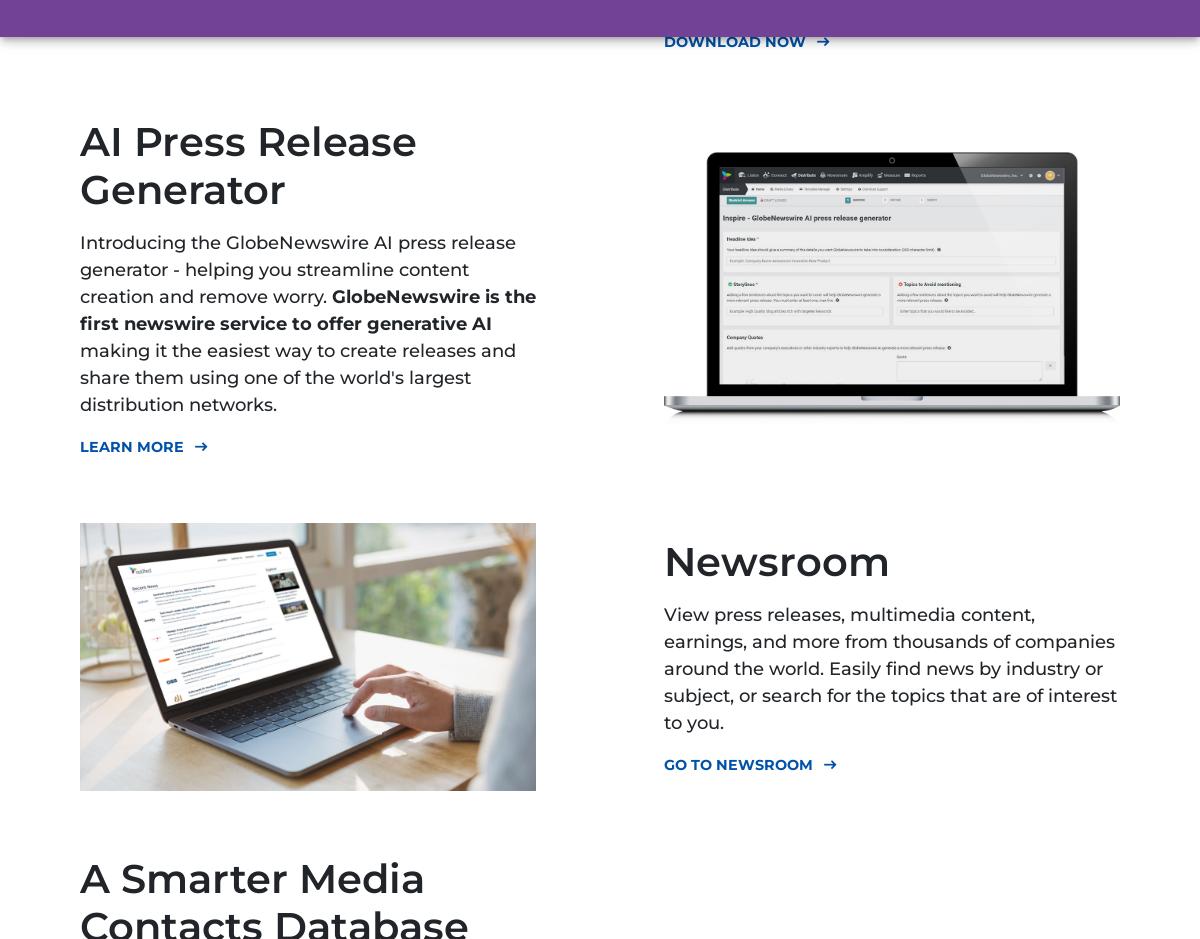 This screenshot has width=1200, height=939. I want to click on 'Newsroom', so click(776, 559).